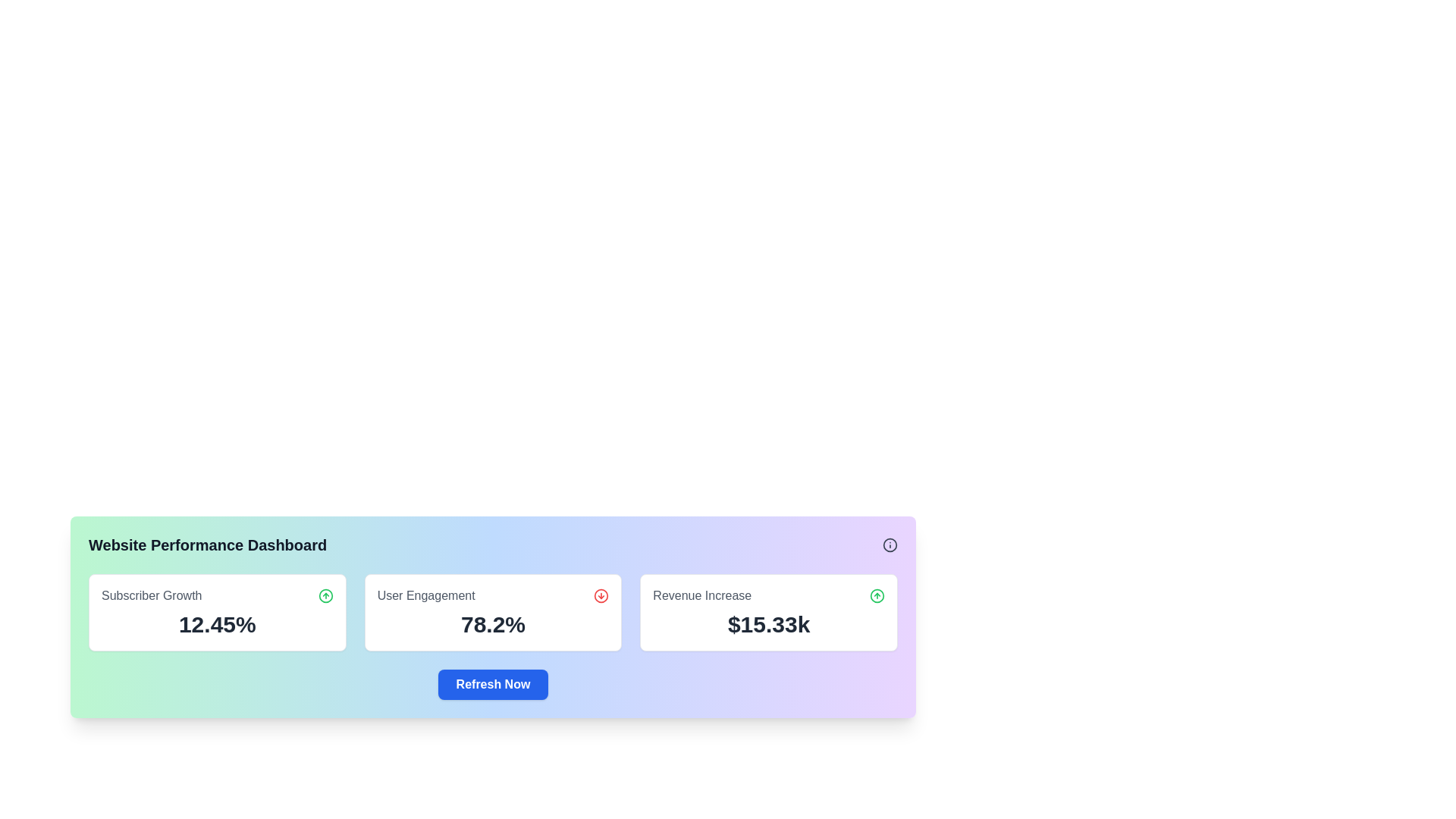 The image size is (1456, 819). I want to click on displayed percentage value for the 'User Engagement' metric located centrally near the bottom of the card in the second column of the dashboard, so click(493, 625).